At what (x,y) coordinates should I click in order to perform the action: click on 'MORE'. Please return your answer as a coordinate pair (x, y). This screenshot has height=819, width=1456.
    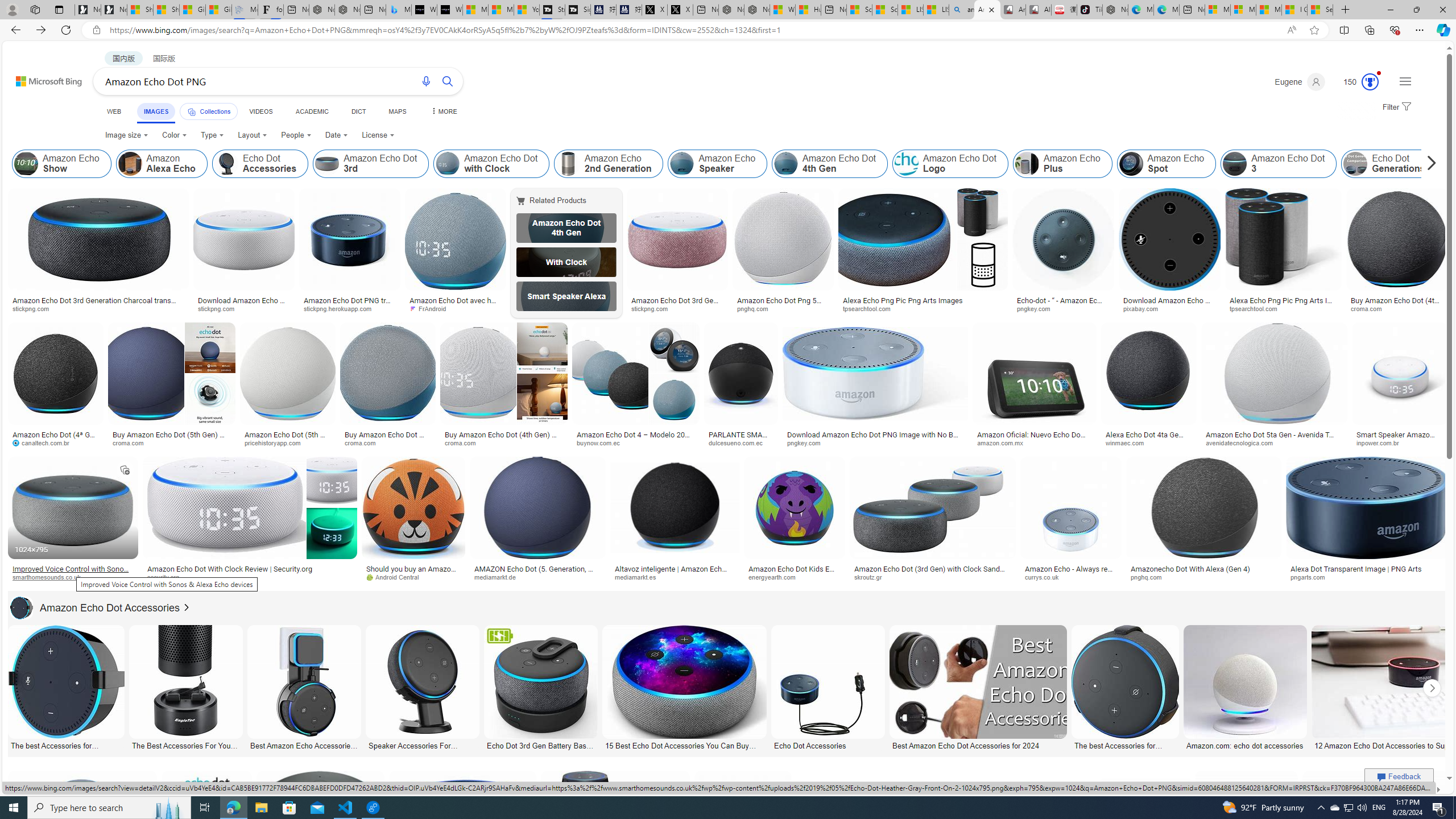
    Looking at the image, I should click on (442, 111).